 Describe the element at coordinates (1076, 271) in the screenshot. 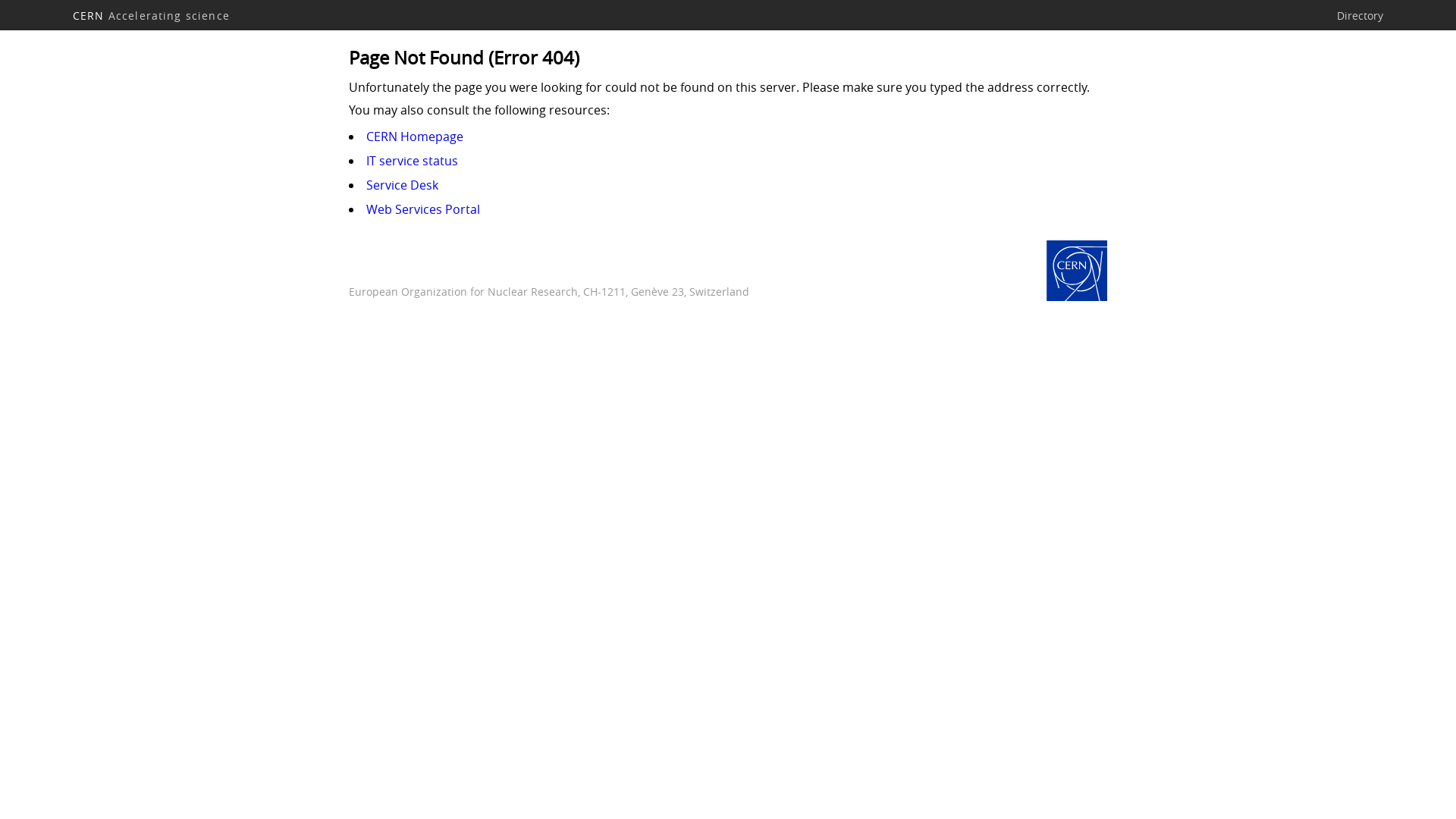

I see `'CERN Homepage'` at that location.